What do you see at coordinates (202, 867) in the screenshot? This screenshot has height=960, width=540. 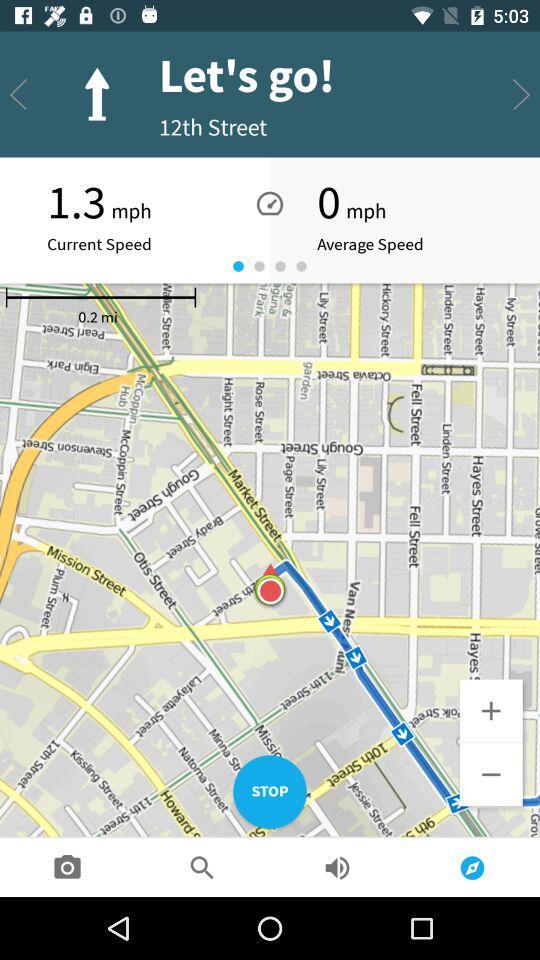 I see `search icon` at bounding box center [202, 867].